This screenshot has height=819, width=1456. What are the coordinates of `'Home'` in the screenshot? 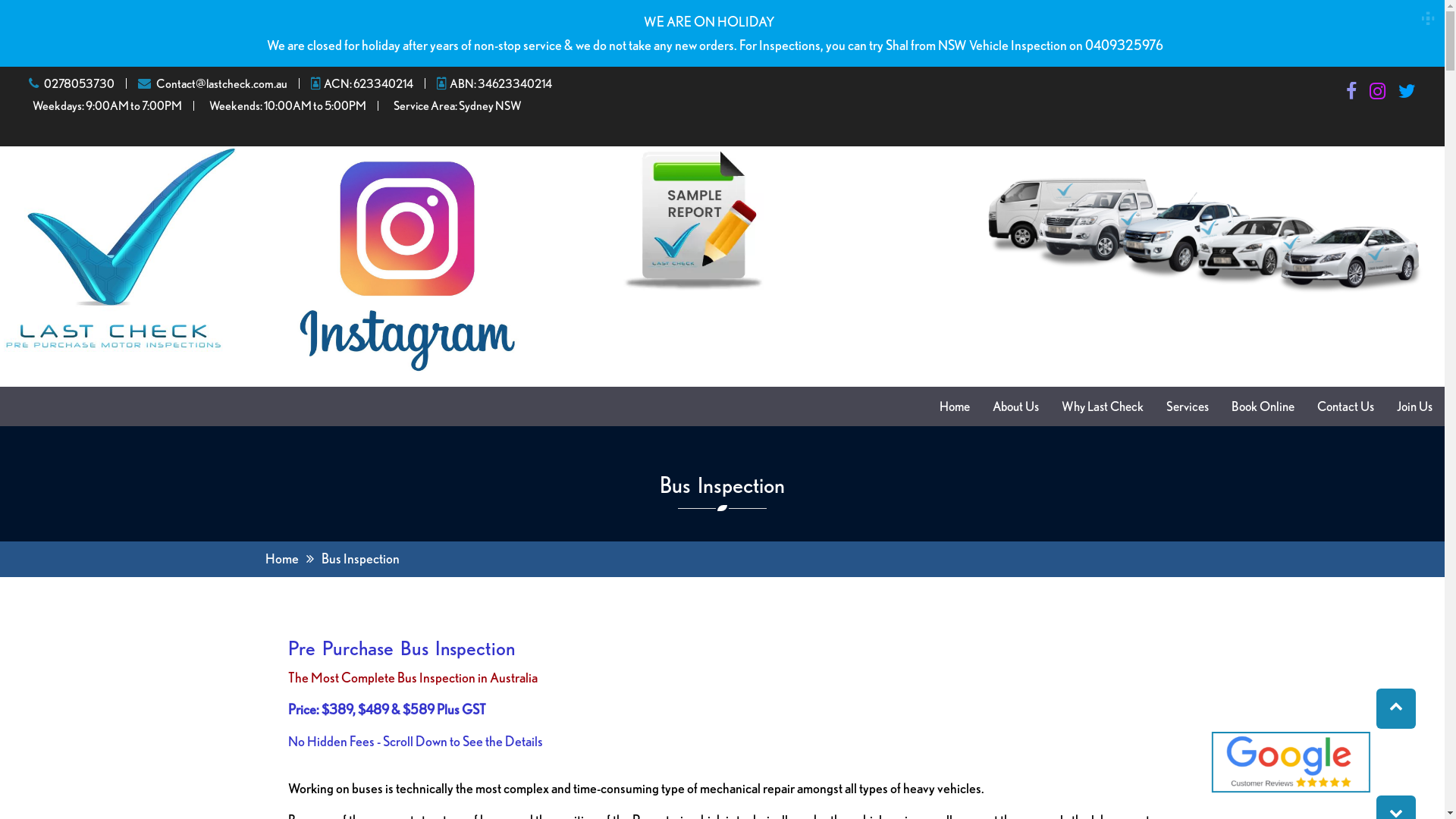 It's located at (281, 558).